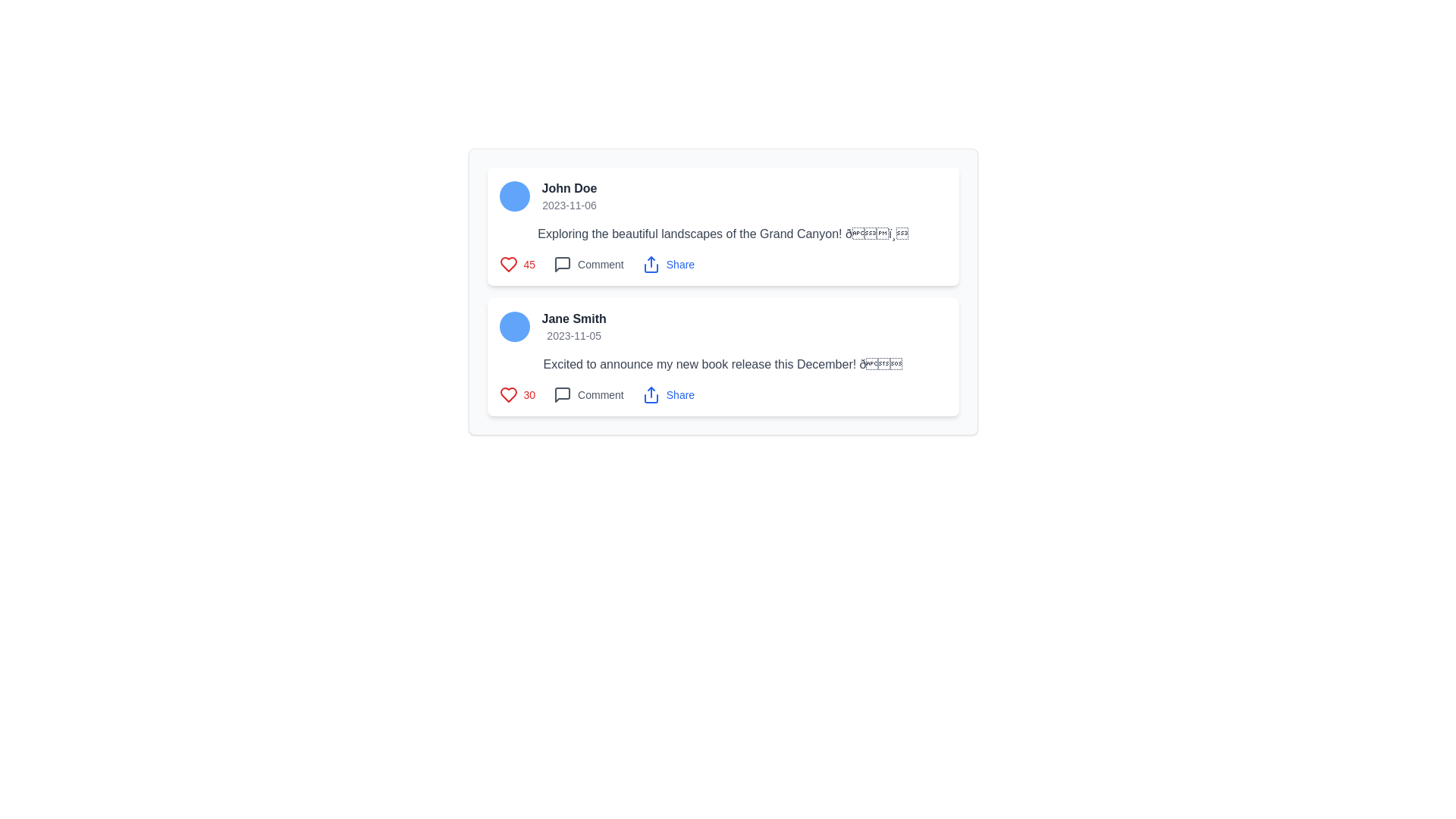 This screenshot has height=819, width=1456. What do you see at coordinates (568, 188) in the screenshot?
I see `text displayed in the author/user name text label, positioned to the right of the circular avatar in the upper section of the first card in the list of posts` at bounding box center [568, 188].